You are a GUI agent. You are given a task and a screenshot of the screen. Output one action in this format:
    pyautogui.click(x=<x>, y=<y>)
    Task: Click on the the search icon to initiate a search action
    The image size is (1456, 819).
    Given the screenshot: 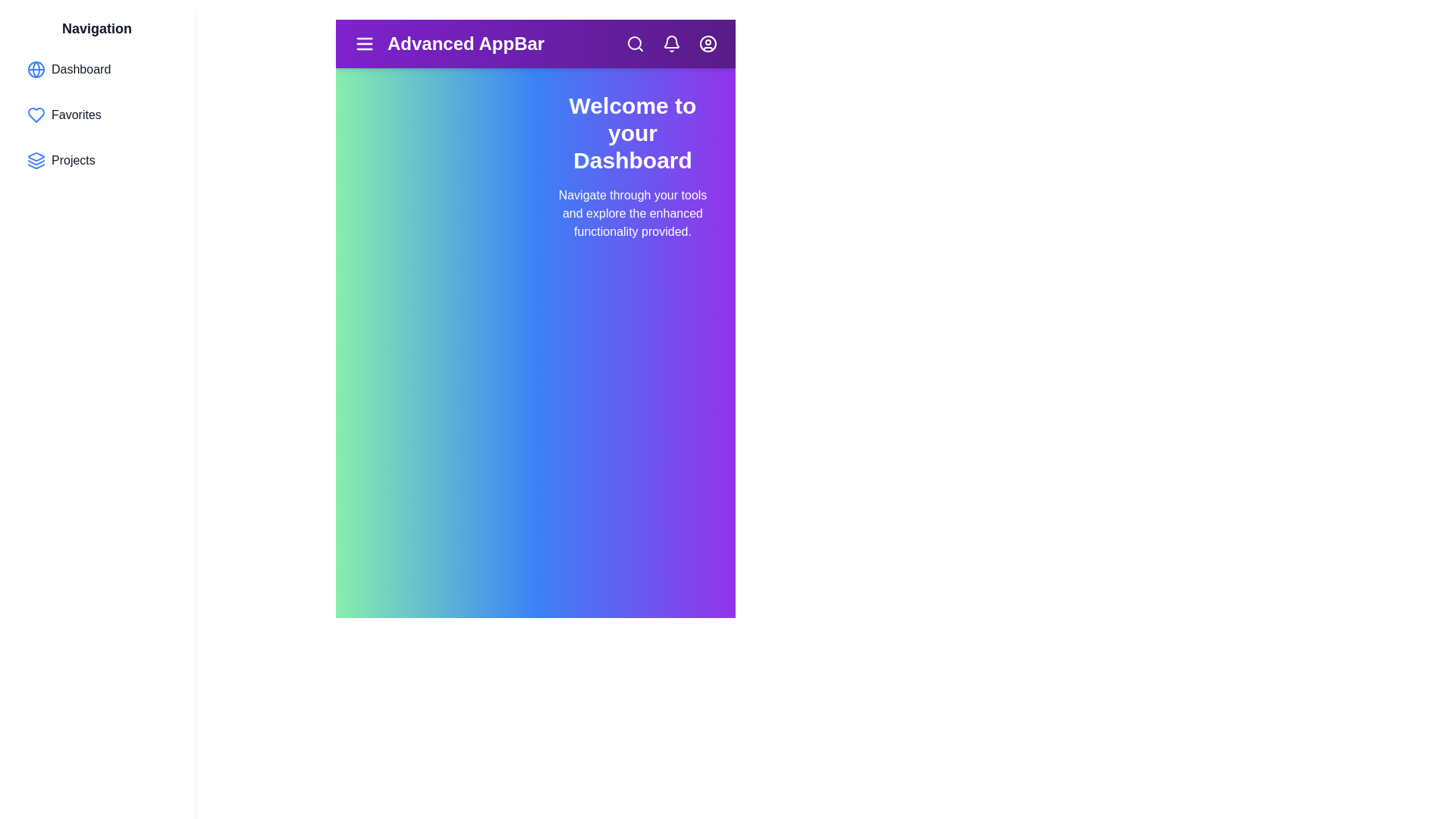 What is the action you would take?
    pyautogui.click(x=635, y=42)
    